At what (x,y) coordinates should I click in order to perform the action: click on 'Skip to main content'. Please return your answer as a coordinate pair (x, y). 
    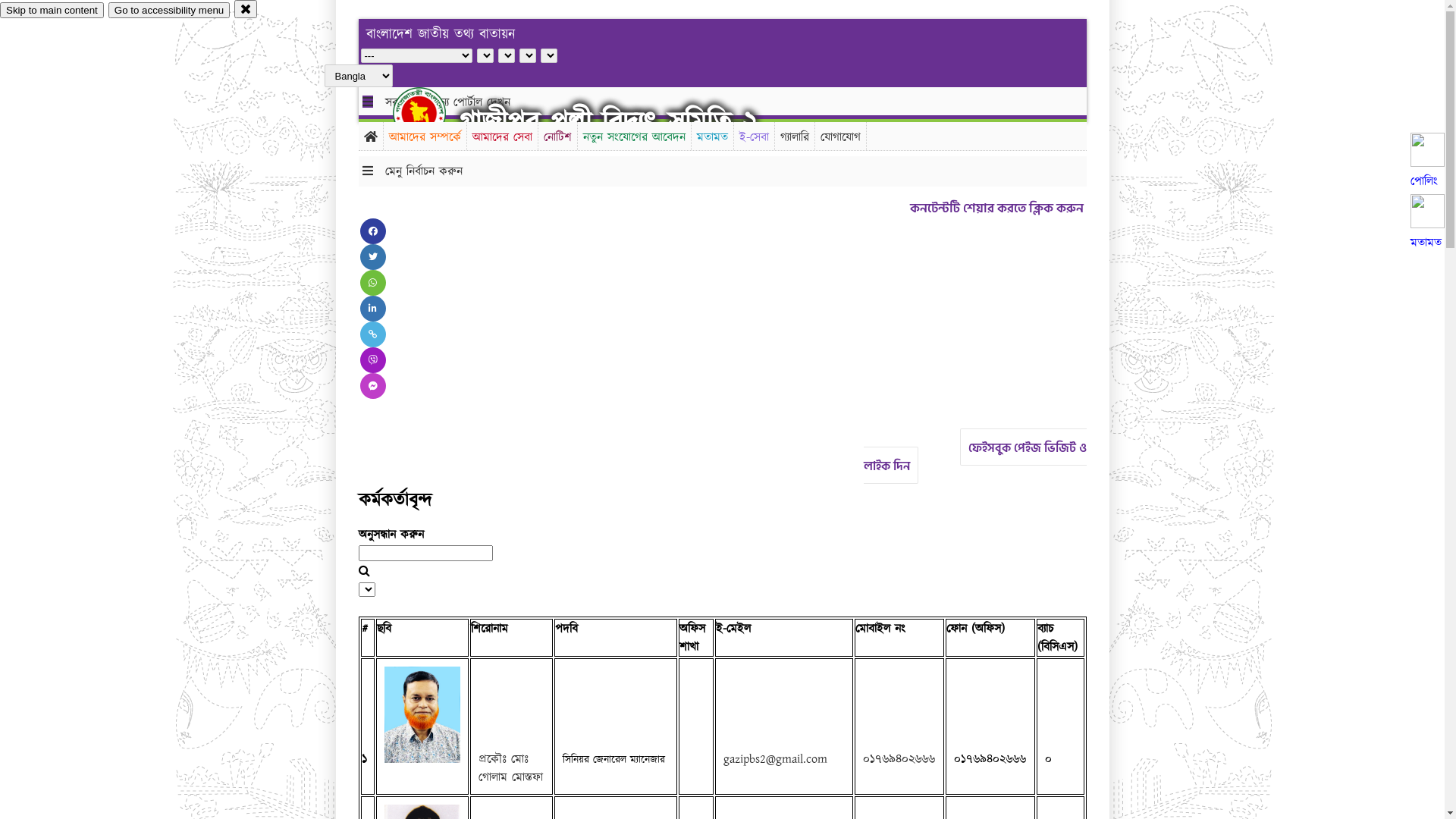
    Looking at the image, I should click on (52, 10).